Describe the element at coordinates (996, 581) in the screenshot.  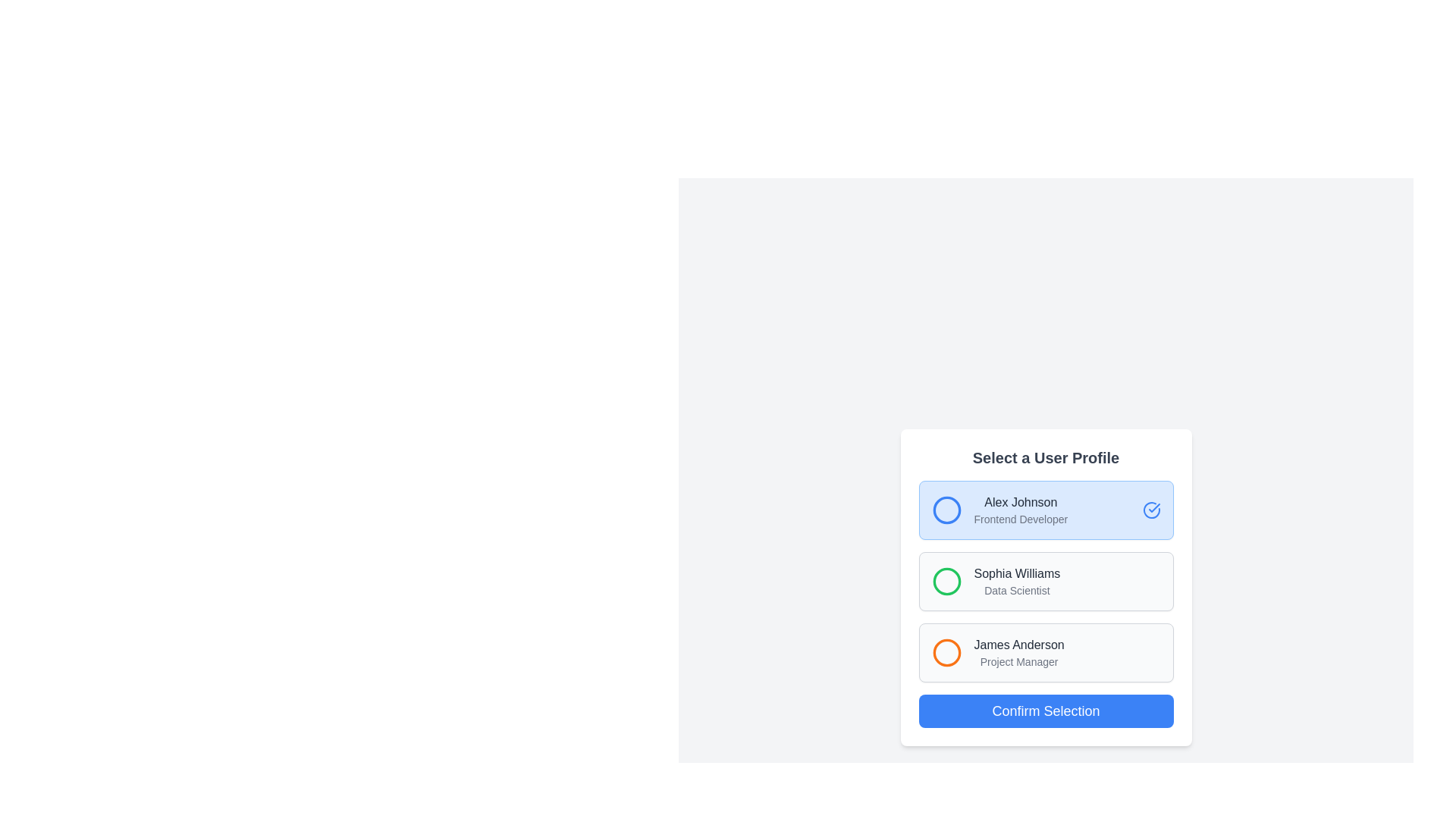
I see `information displayed for the user profile entry of 'Sophia Williams', which includes her name and job title 'Data Scientist', located in the second profile entry of the selectable user profiles list` at that location.